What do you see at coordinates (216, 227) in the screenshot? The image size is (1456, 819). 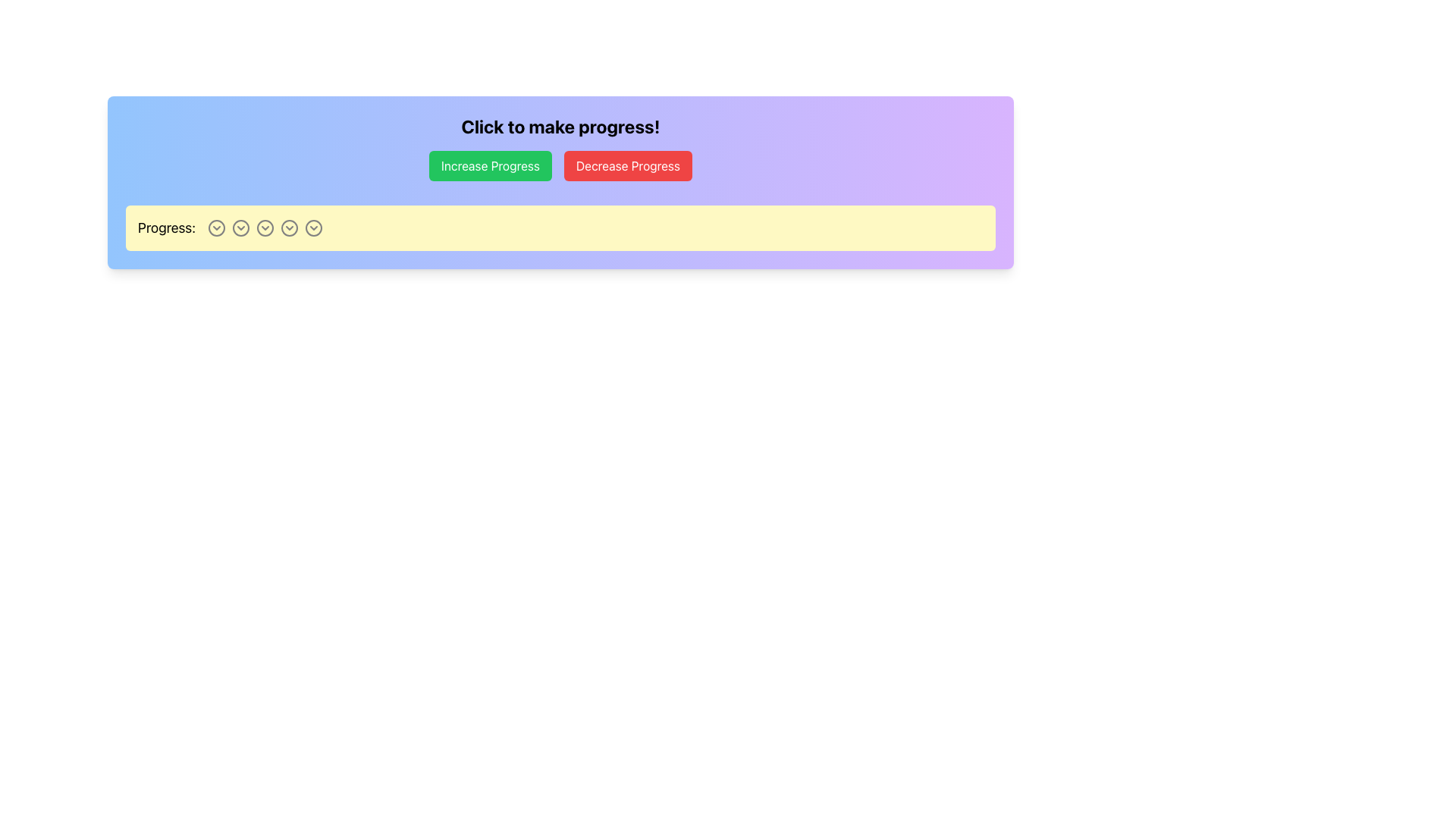 I see `the primary circular shape of the first circular progress indicator, which is part of a decorative element housing additional graphical components` at bounding box center [216, 227].